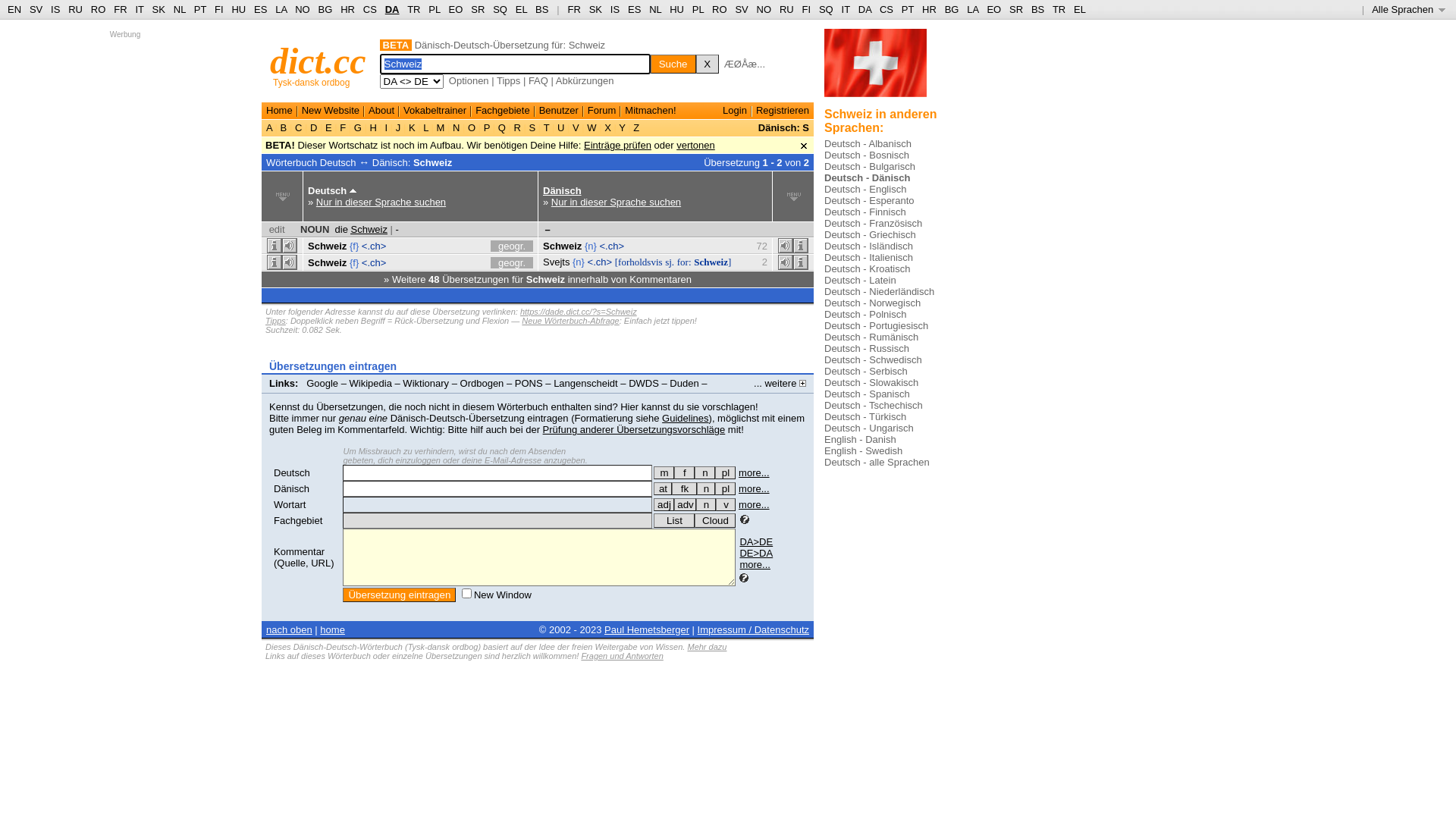 The image size is (1456, 819). What do you see at coordinates (322, 382) in the screenshot?
I see `'Google'` at bounding box center [322, 382].